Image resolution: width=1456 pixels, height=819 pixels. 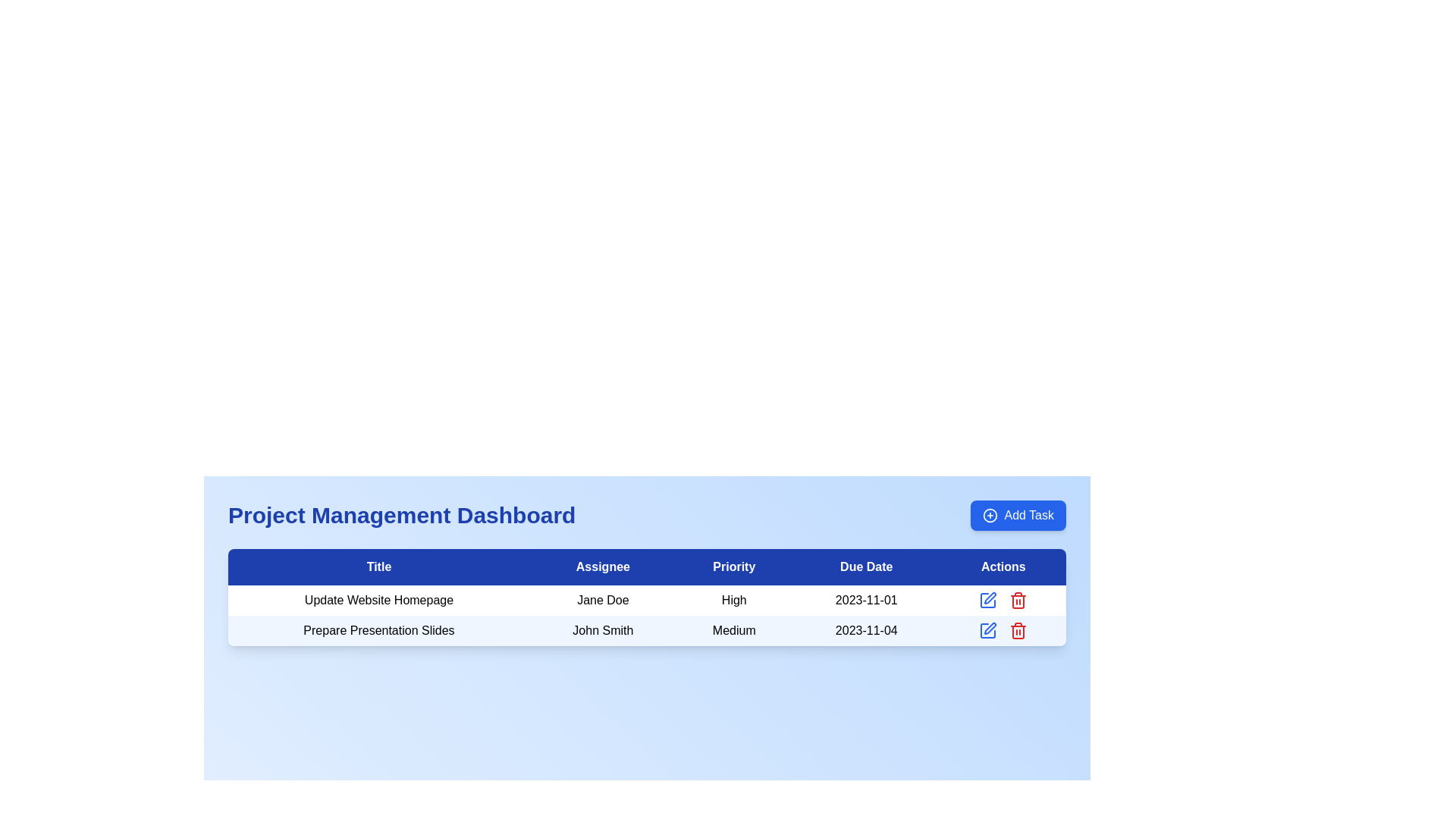 What do you see at coordinates (866, 567) in the screenshot?
I see `the 'Due Date' text label, which is styled in white text on a blue background and is the fourth header in a row of five, positioned between 'Priority' and 'Actions'` at bounding box center [866, 567].